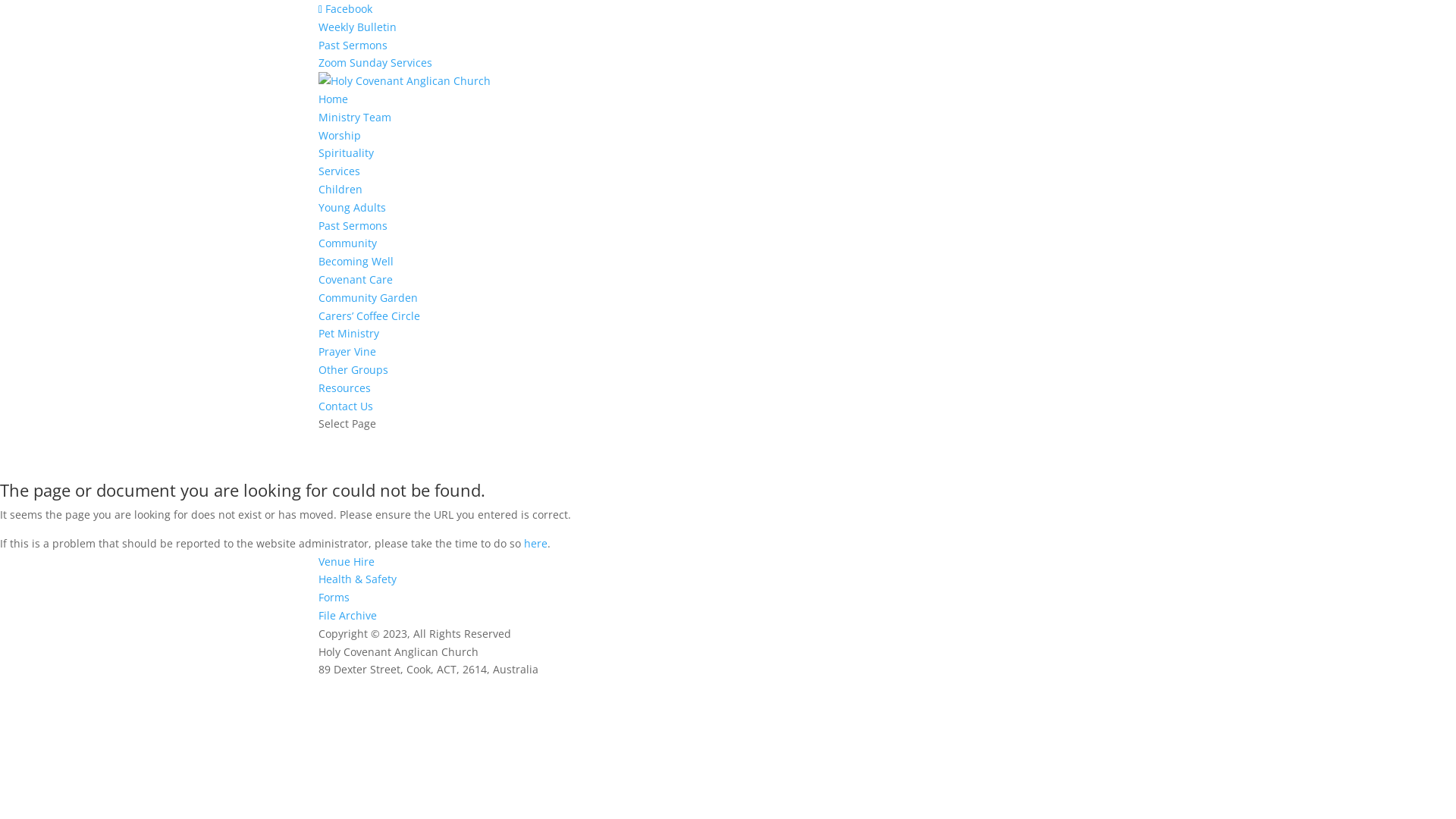  What do you see at coordinates (346, 351) in the screenshot?
I see `'Prayer Vine'` at bounding box center [346, 351].